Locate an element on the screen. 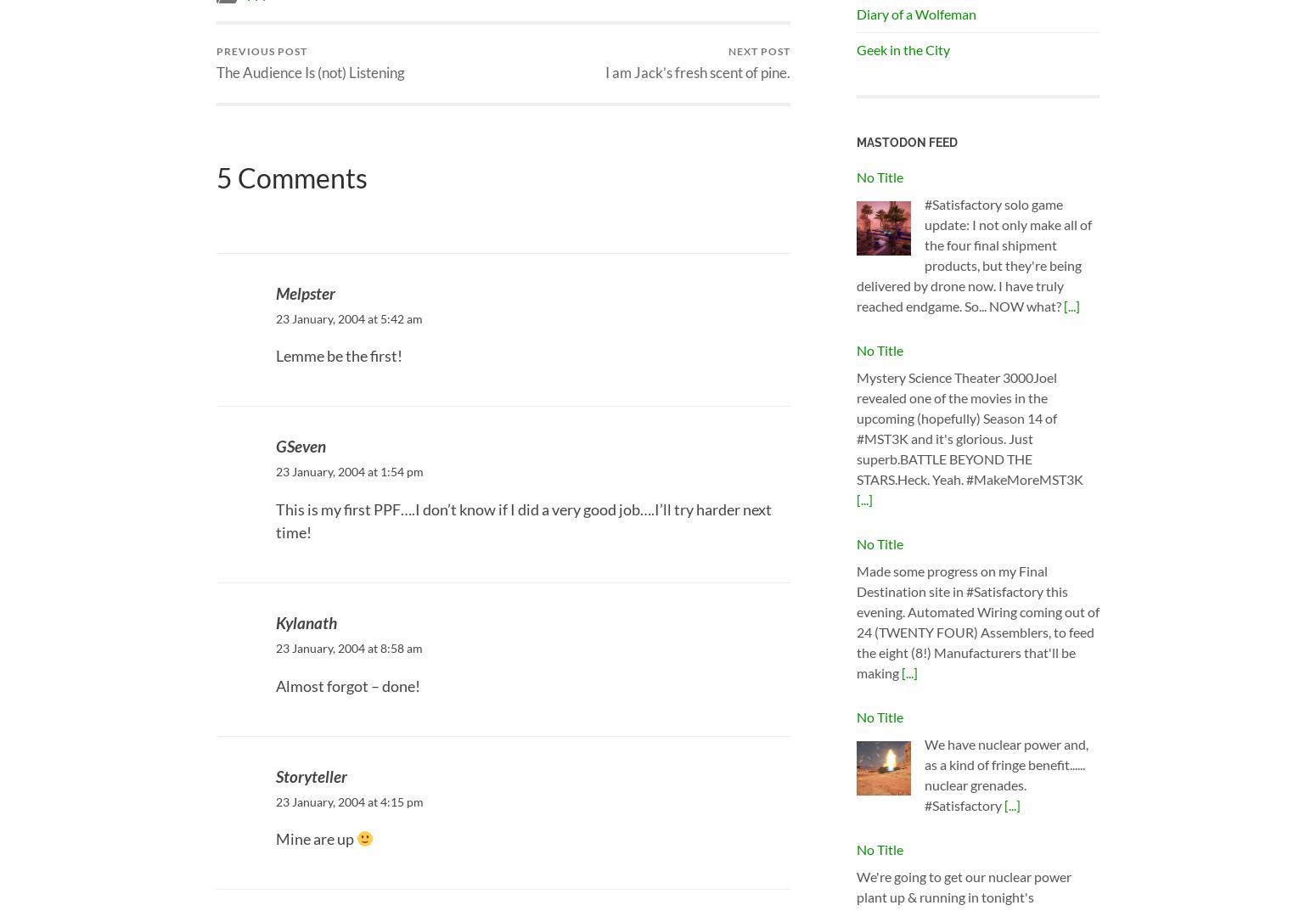 The width and height of the screenshot is (1316, 911). '23 January, 2004 at 4:15 pm' is located at coordinates (349, 801).